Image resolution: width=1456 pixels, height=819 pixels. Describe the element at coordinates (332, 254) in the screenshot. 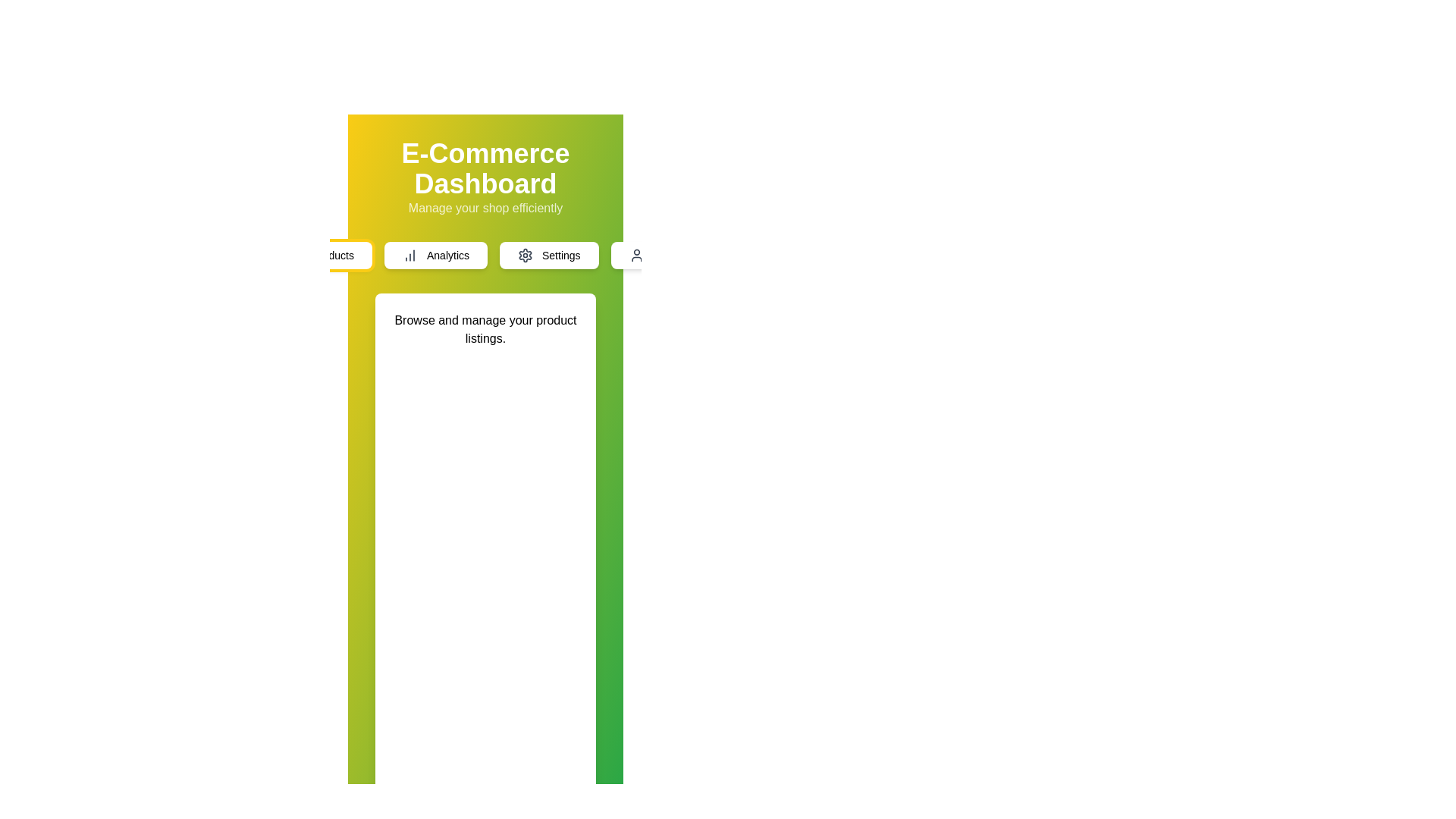

I see `text of the label indicating the action or category associated with the 'Products' section, located within the leftmost button of a horizontal button group near the top left of the application` at that location.